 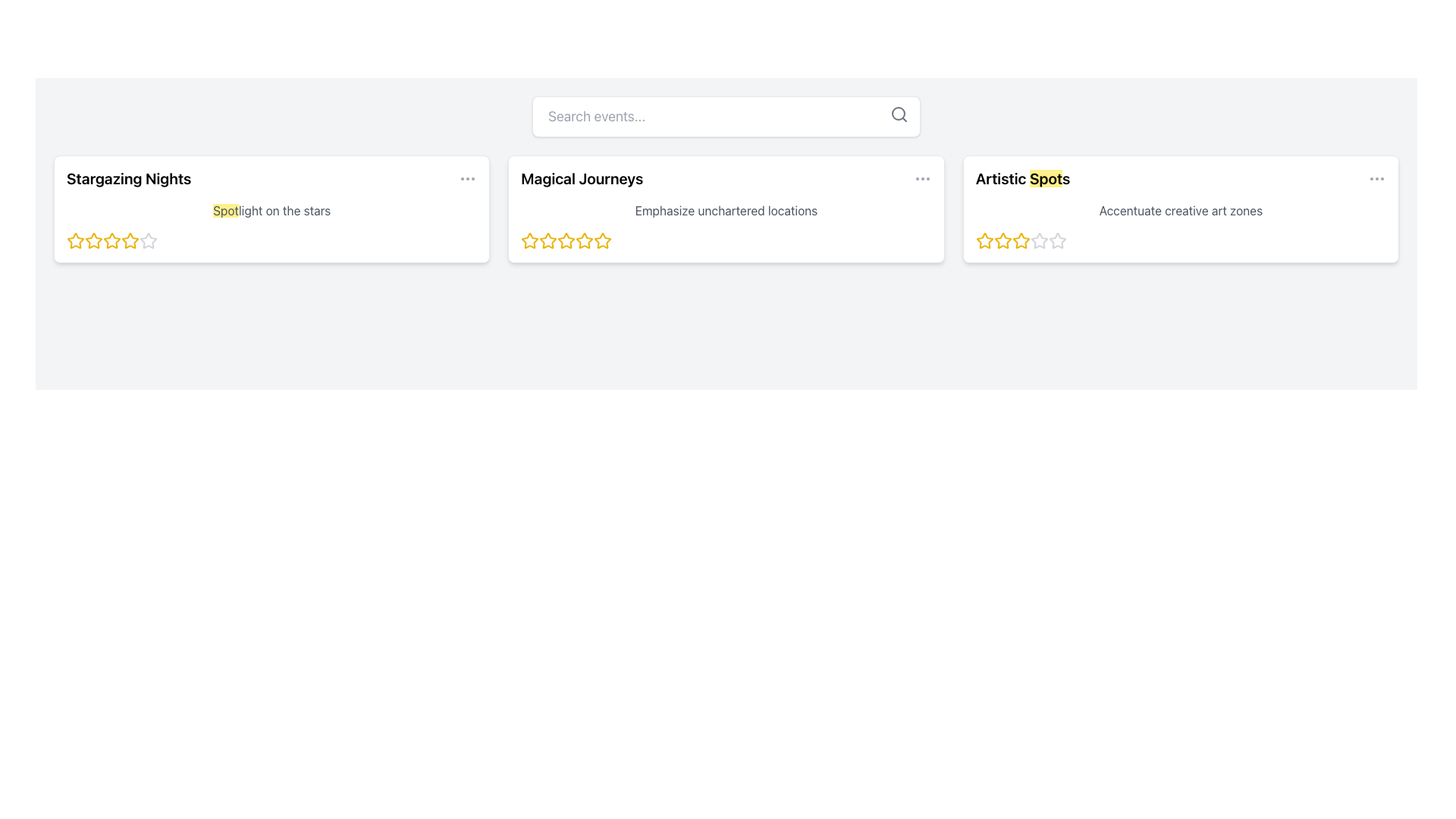 I want to click on the Text Display element providing descriptive information about 'Stargazing Nights', located below the title and above the star icons, so click(x=271, y=210).